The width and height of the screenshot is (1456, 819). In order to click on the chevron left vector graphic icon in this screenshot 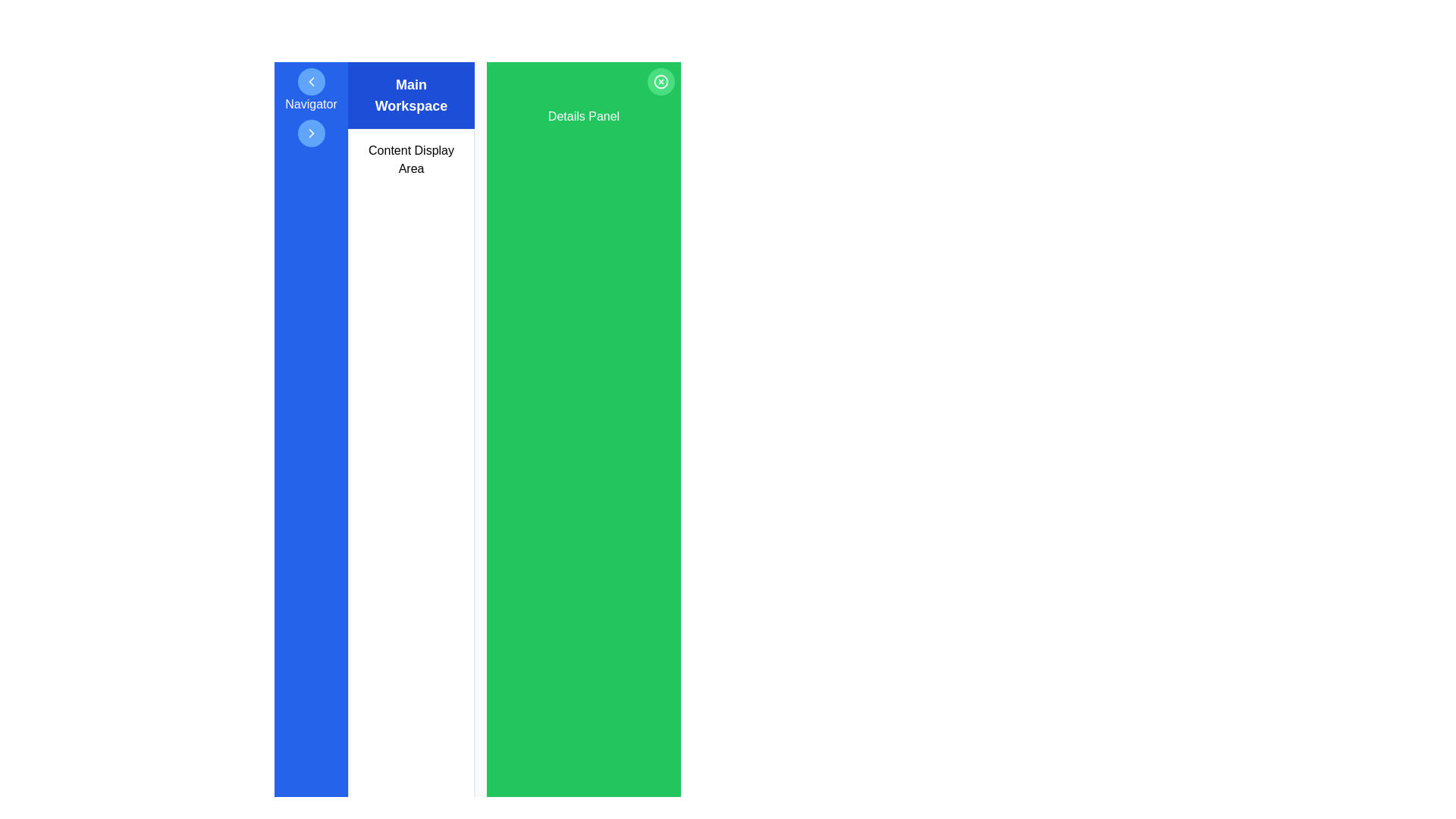, I will do `click(310, 82)`.